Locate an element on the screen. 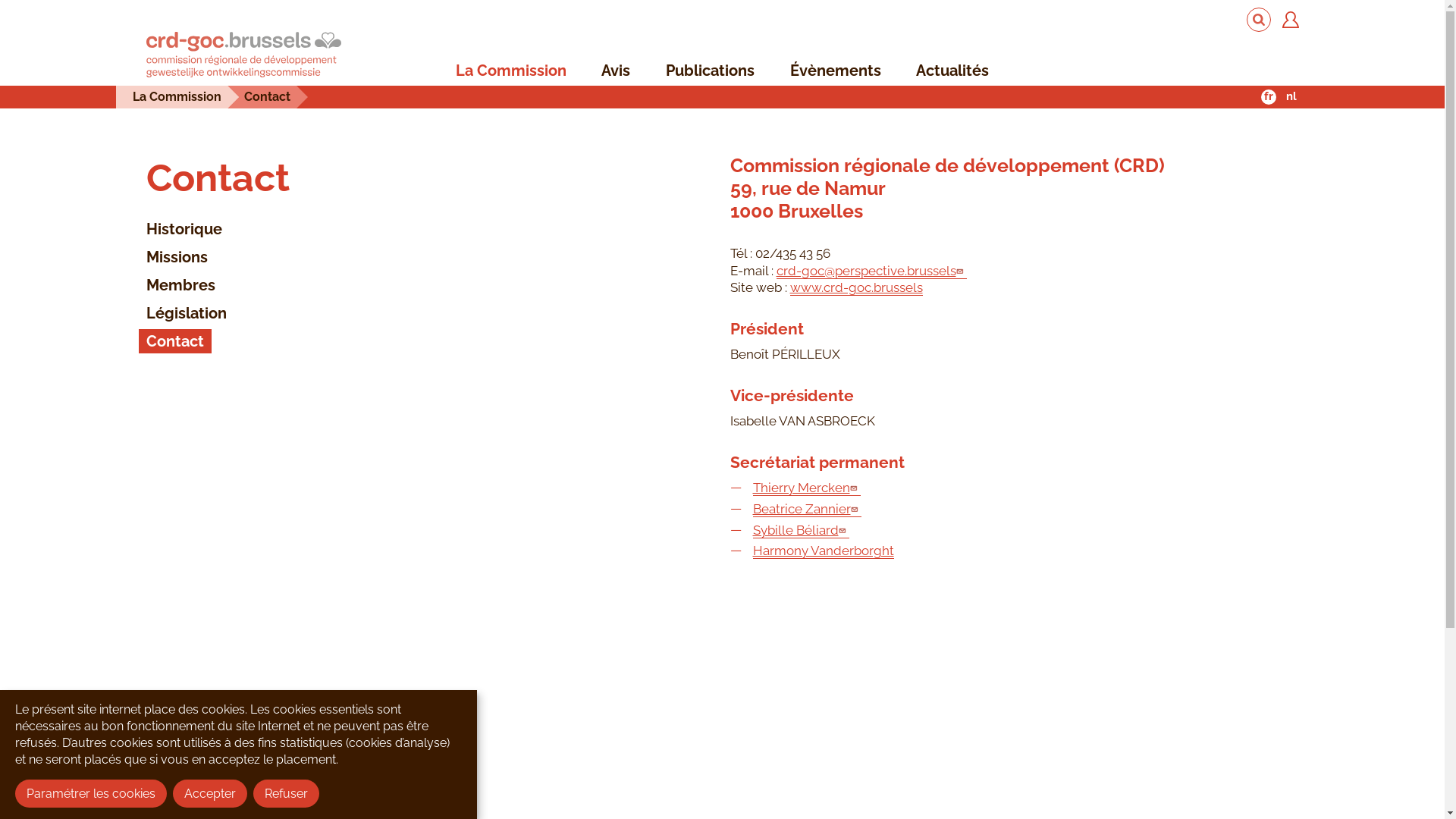  'Rechercher' is located at coordinates (1259, 20).